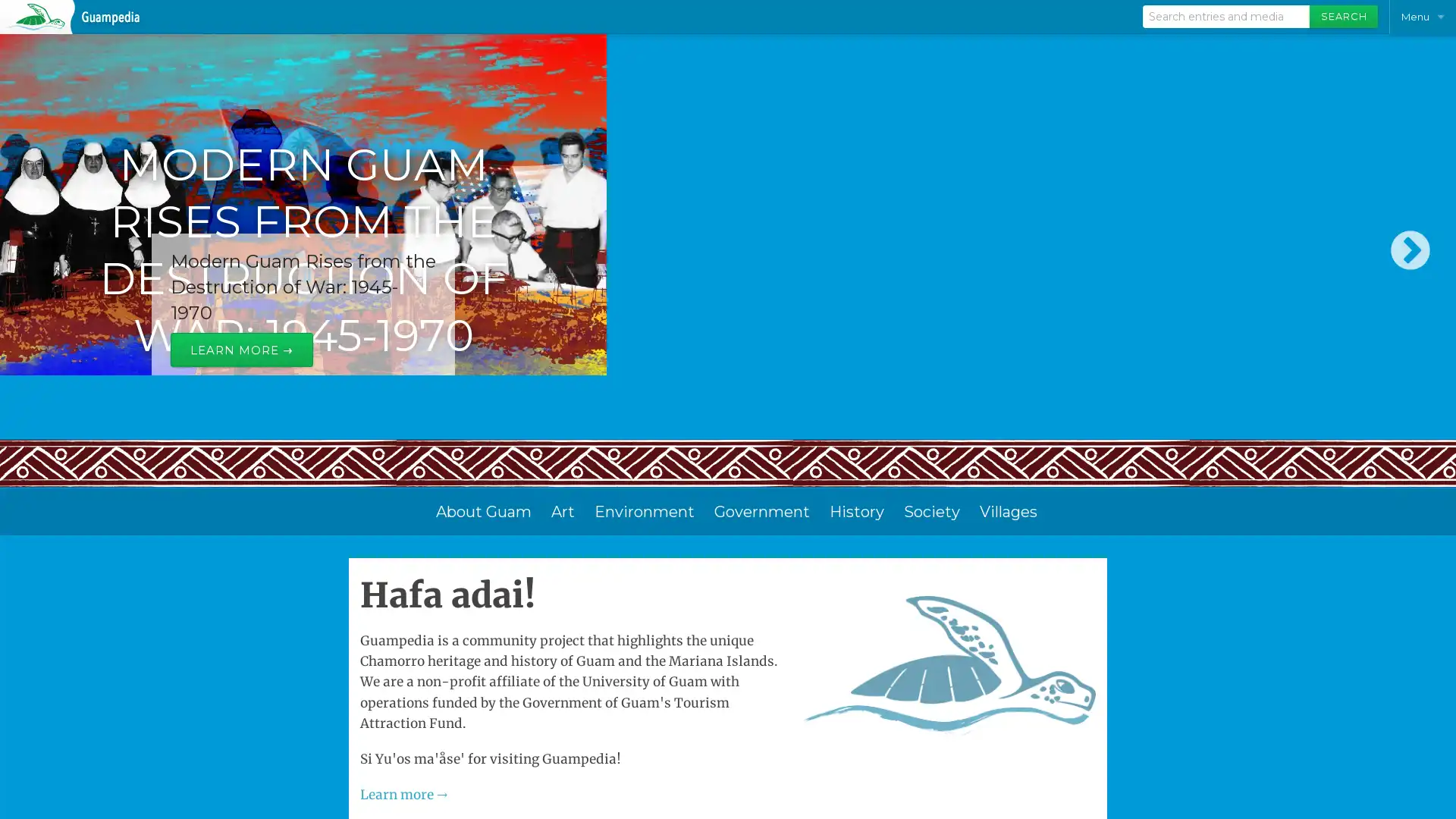  I want to click on Next, so click(1410, 281).